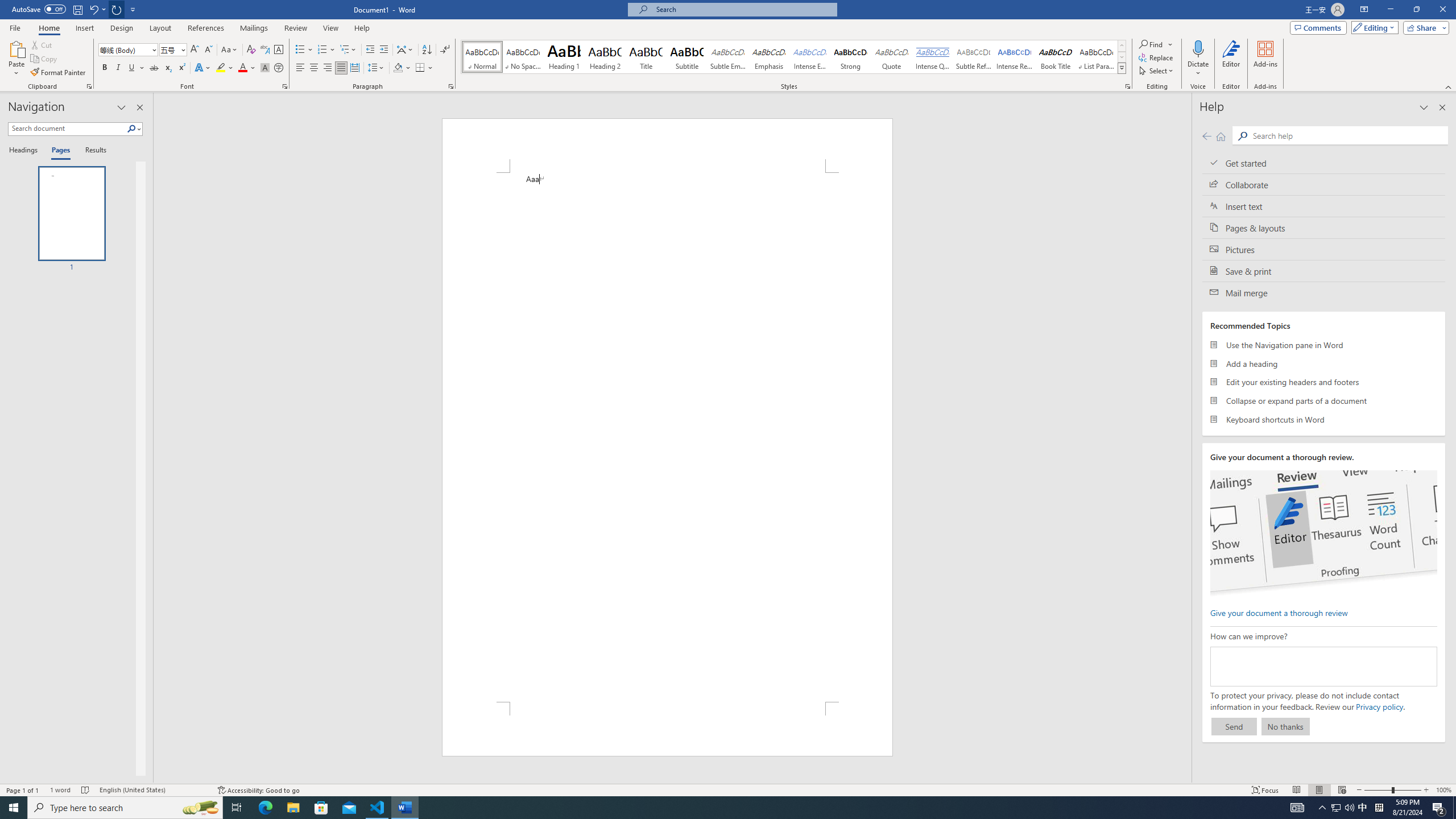 This screenshot has height=819, width=1456. What do you see at coordinates (424, 67) in the screenshot?
I see `'Borders'` at bounding box center [424, 67].